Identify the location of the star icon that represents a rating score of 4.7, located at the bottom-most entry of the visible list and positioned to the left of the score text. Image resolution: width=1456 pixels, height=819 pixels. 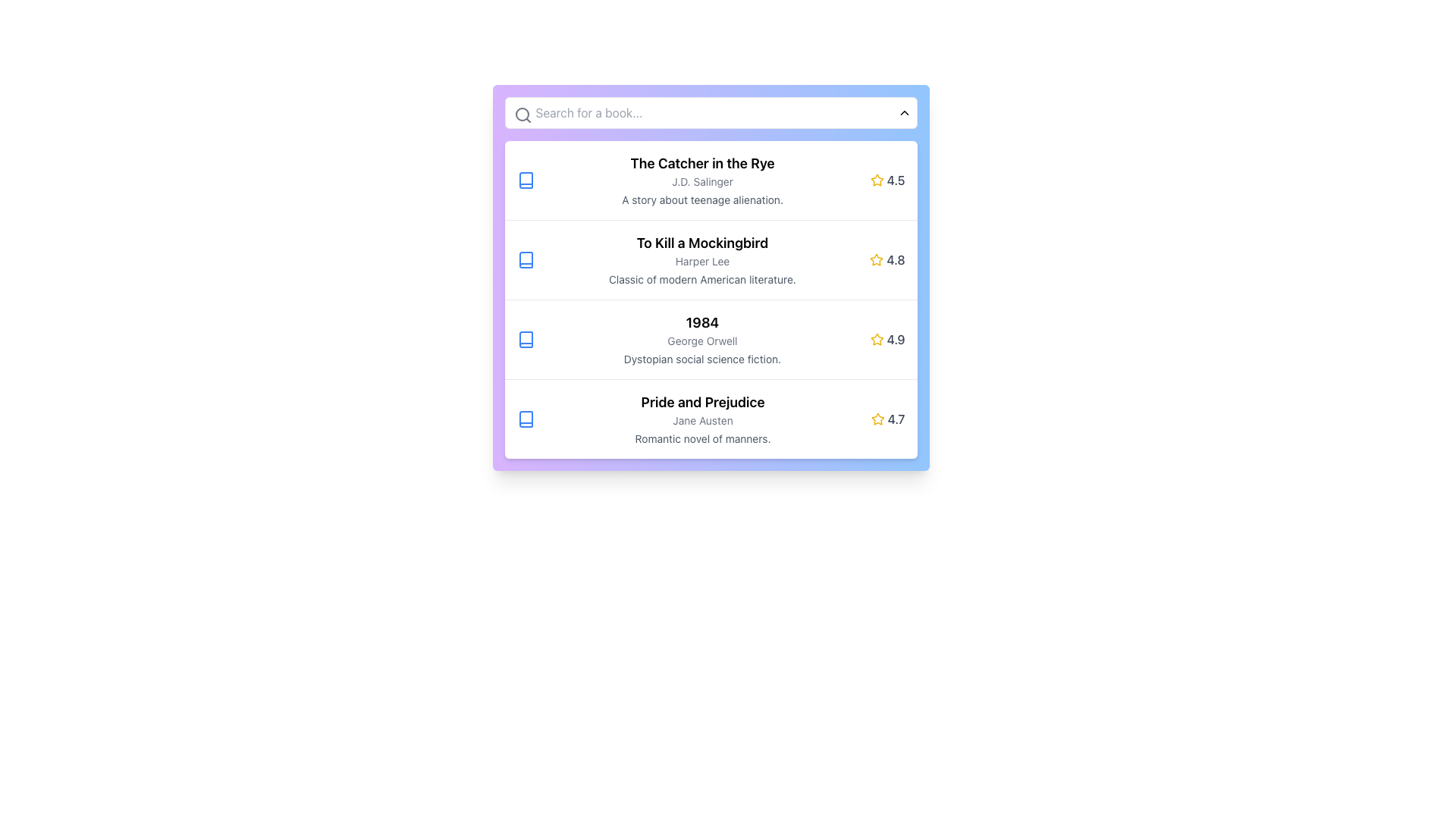
(877, 419).